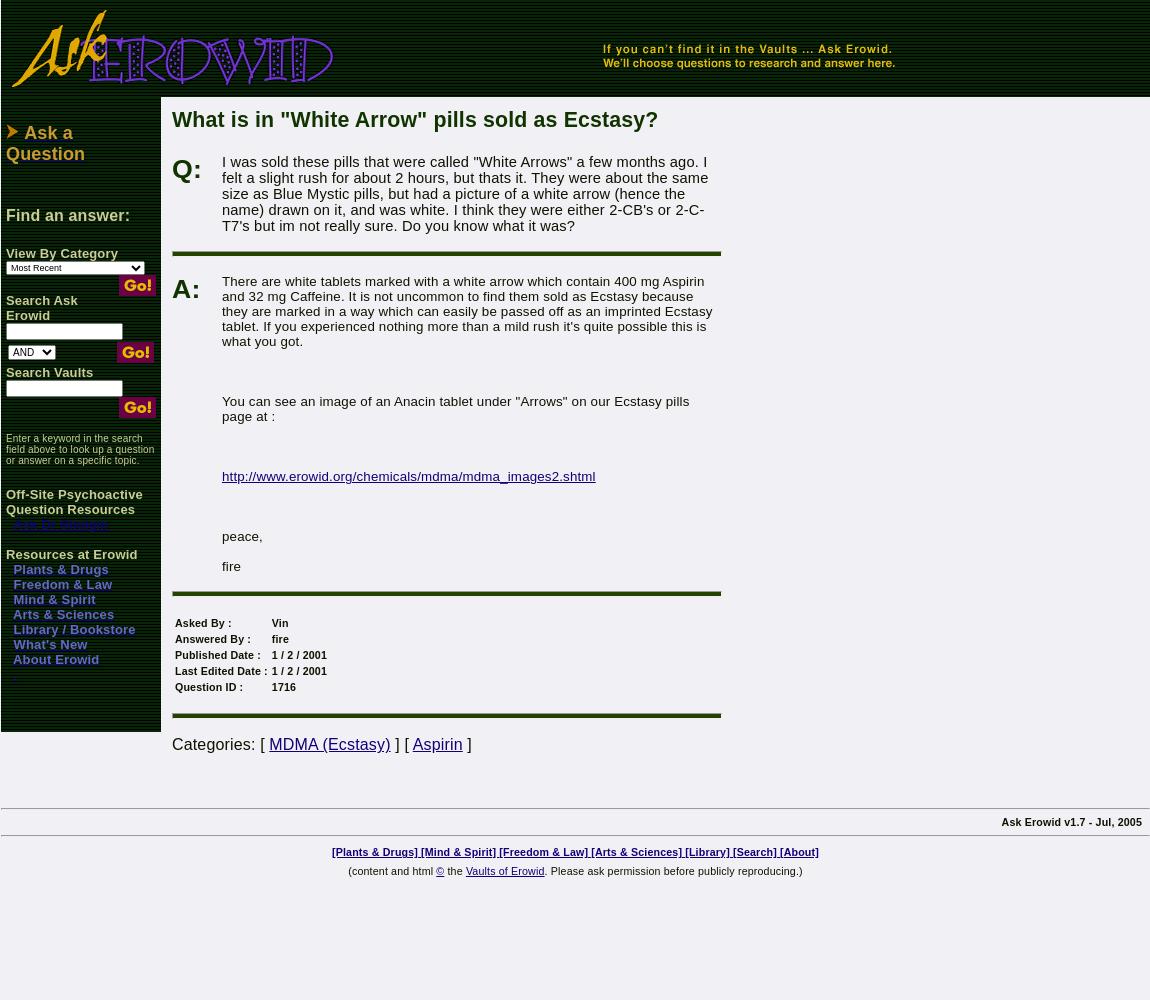  Describe the element at coordinates (4, 502) in the screenshot. I see `'Off-Site Psychoactive Question Resources'` at that location.